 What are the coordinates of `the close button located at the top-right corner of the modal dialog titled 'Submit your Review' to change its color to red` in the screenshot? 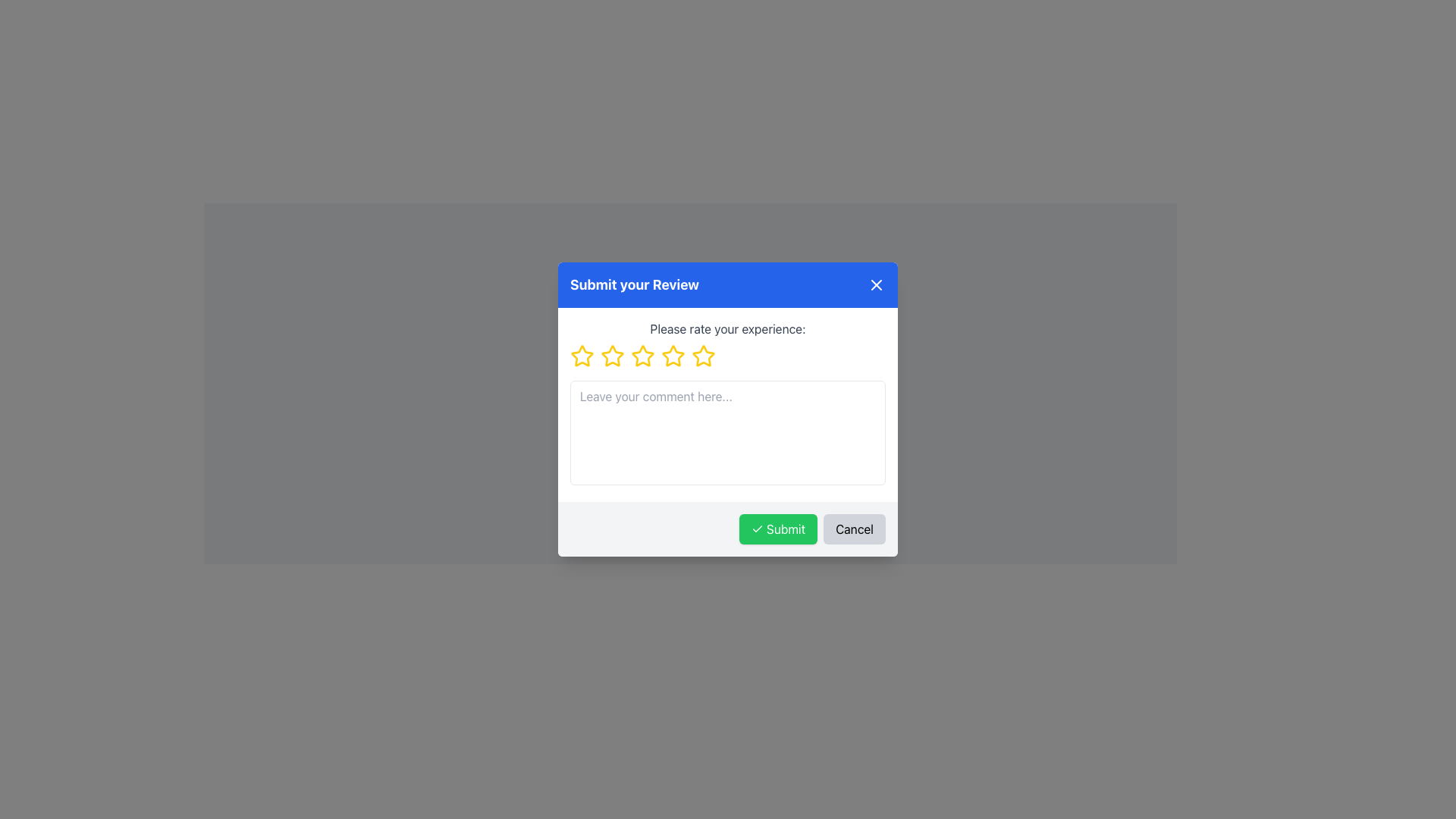 It's located at (877, 284).